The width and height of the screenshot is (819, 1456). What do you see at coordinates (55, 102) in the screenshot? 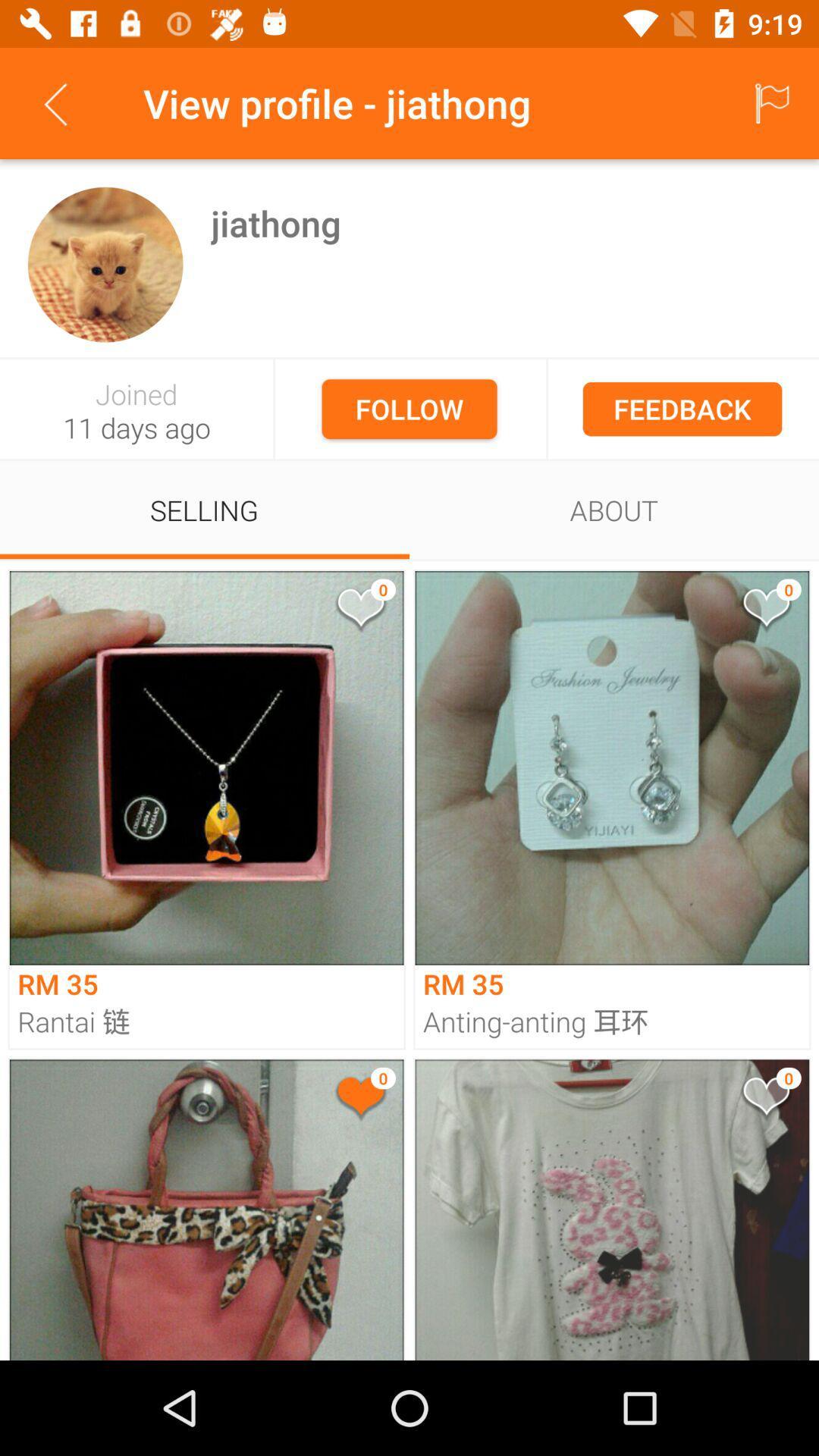
I see `icon to the left of the view profile - jiathong` at bounding box center [55, 102].